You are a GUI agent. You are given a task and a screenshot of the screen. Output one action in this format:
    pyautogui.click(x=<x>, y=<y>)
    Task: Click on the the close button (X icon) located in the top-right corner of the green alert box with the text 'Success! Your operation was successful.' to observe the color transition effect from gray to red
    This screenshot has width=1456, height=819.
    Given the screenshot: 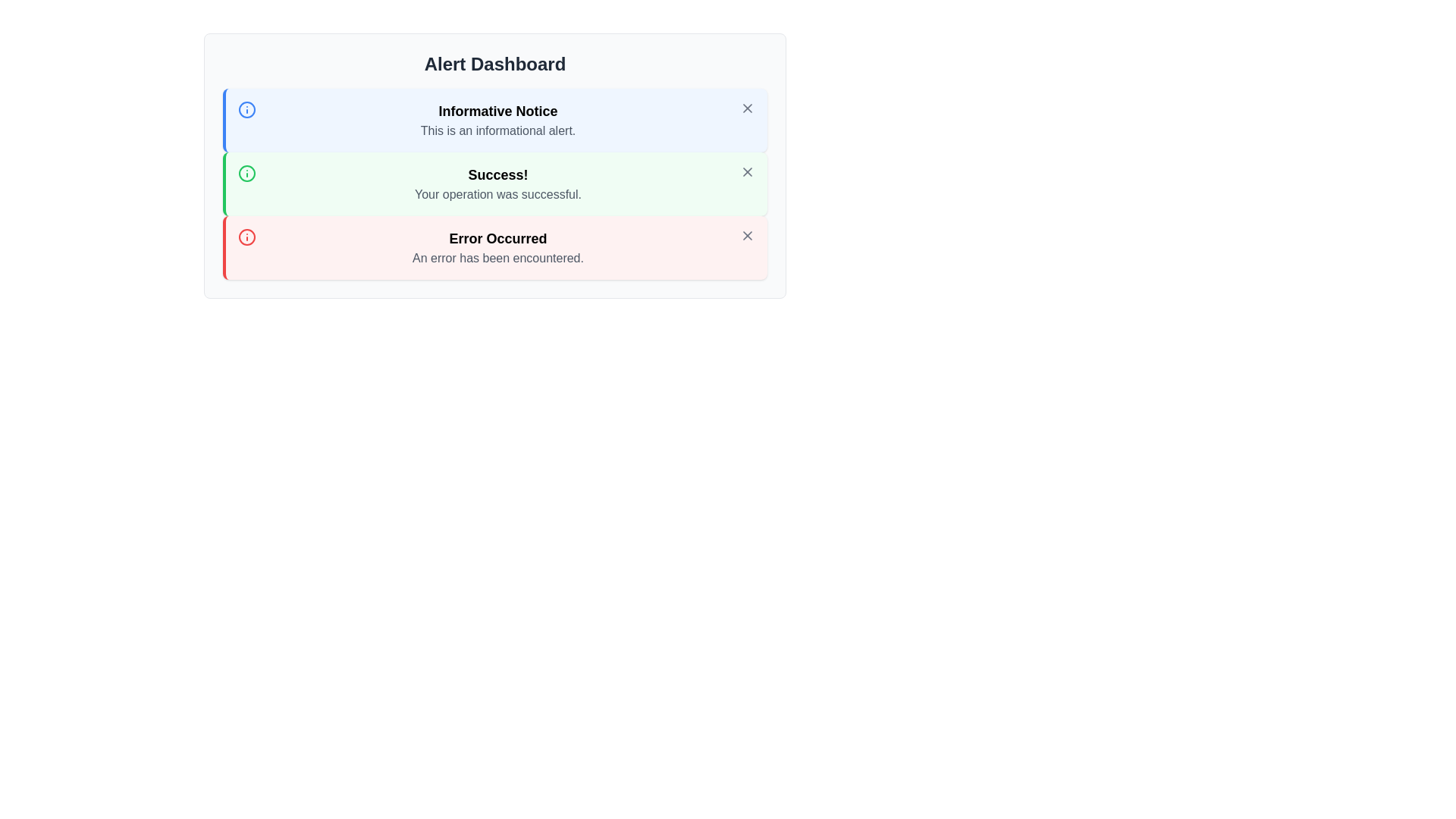 What is the action you would take?
    pyautogui.click(x=747, y=171)
    